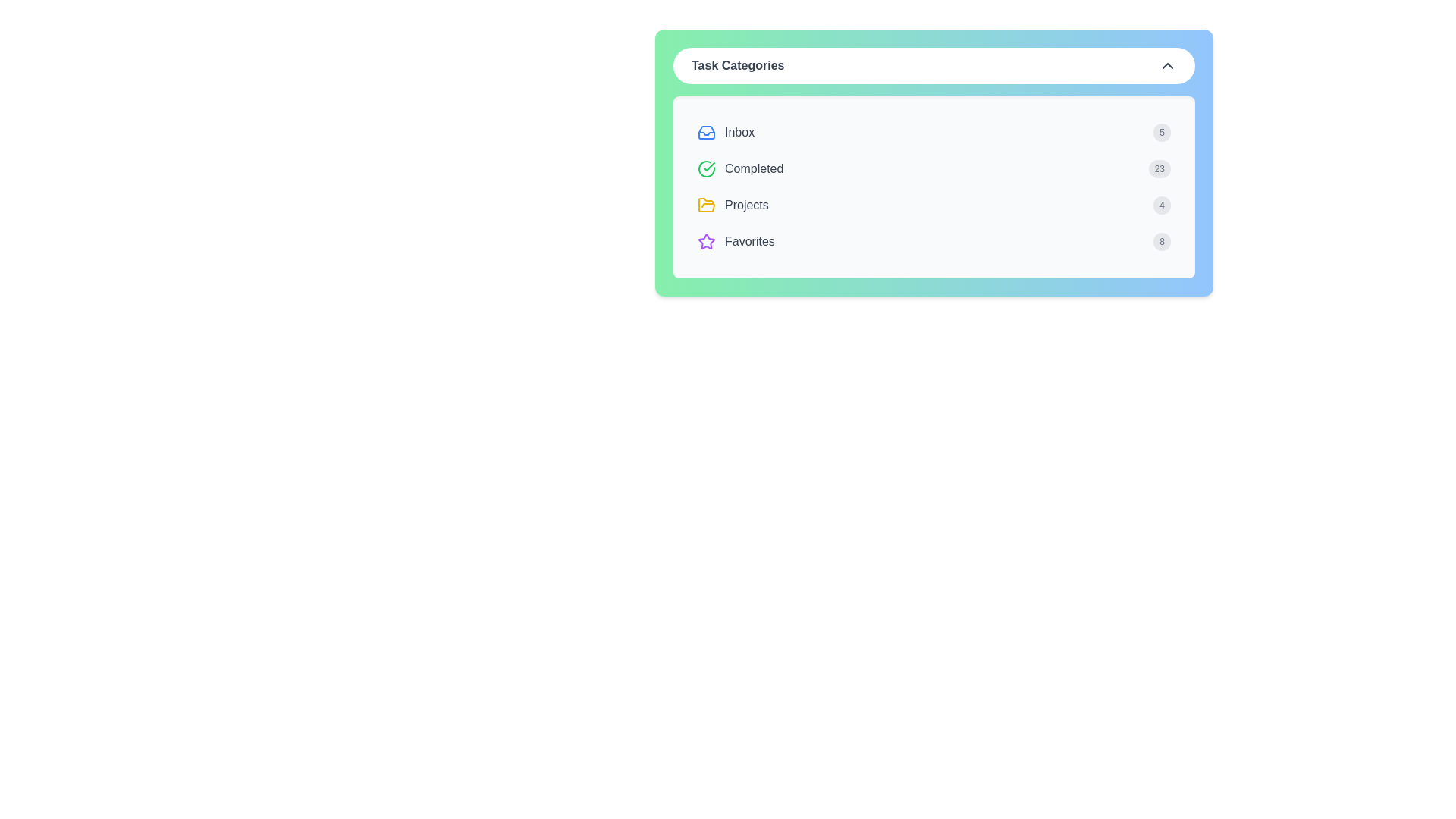 This screenshot has height=819, width=1456. What do you see at coordinates (754, 169) in the screenshot?
I see `the Text label indicating completed tasks in the 'Task Categories' list, which is the second item after 'Inbox'` at bounding box center [754, 169].